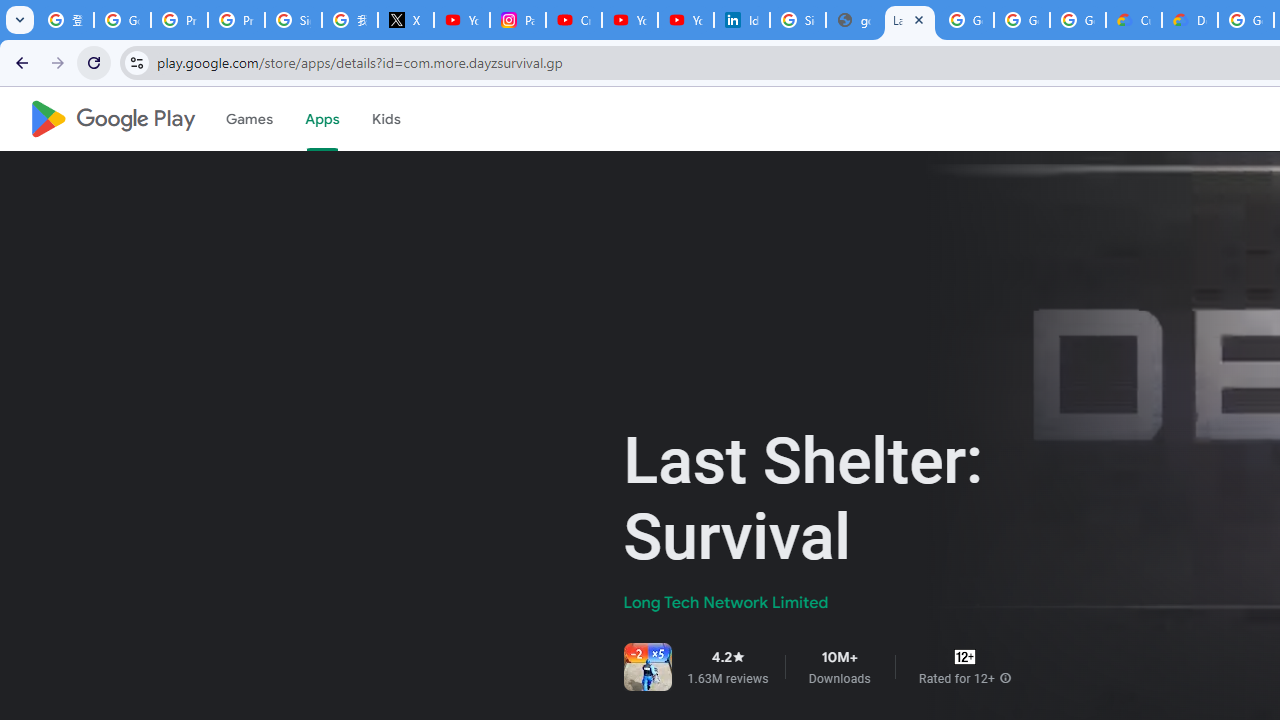 The width and height of the screenshot is (1280, 720). What do you see at coordinates (111, 119) in the screenshot?
I see `'Google Play logo'` at bounding box center [111, 119].